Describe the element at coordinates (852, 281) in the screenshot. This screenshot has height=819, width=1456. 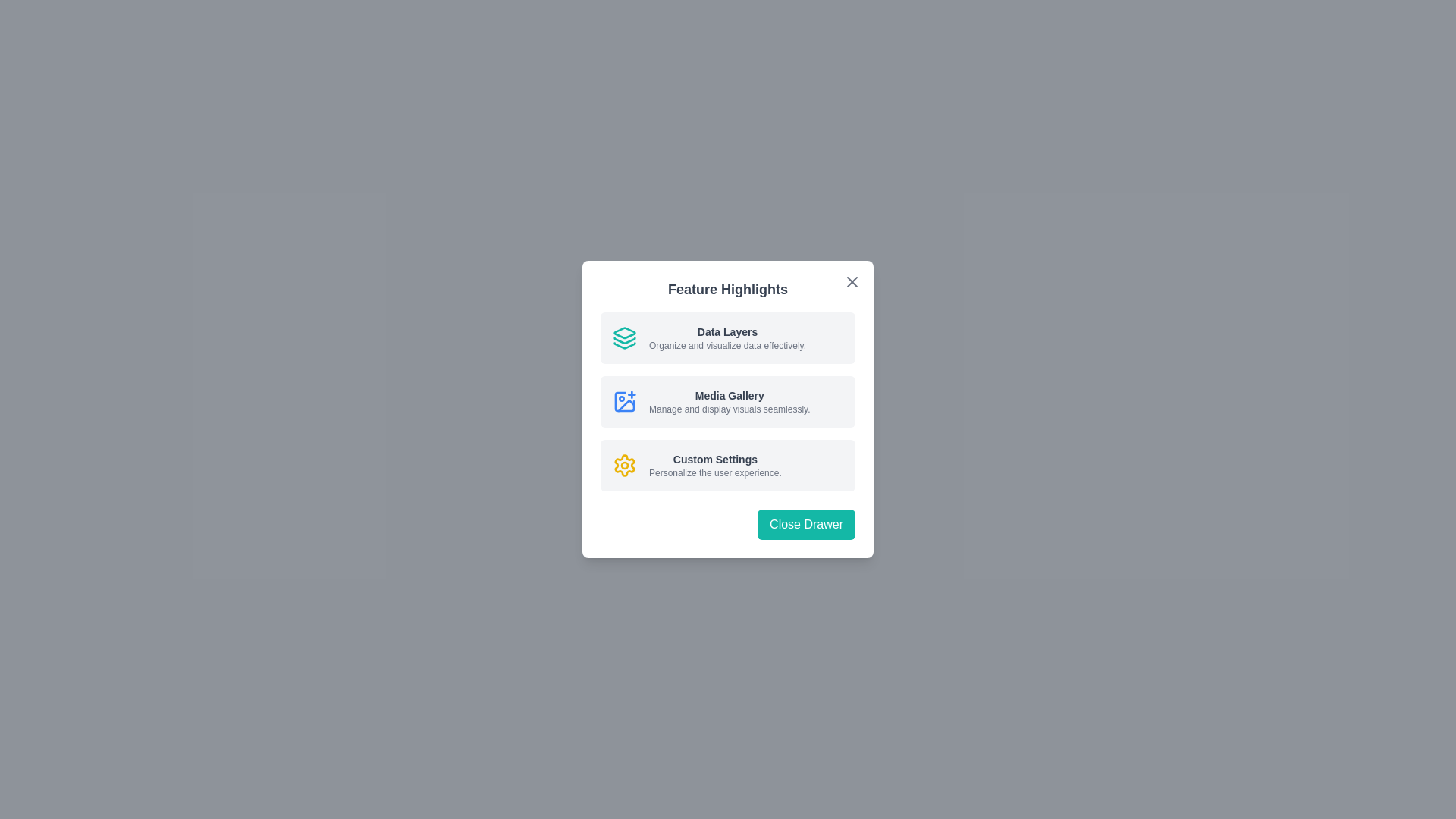
I see `the close icon button located in the top-right corner of the 'Feature Highlights' modal` at that location.